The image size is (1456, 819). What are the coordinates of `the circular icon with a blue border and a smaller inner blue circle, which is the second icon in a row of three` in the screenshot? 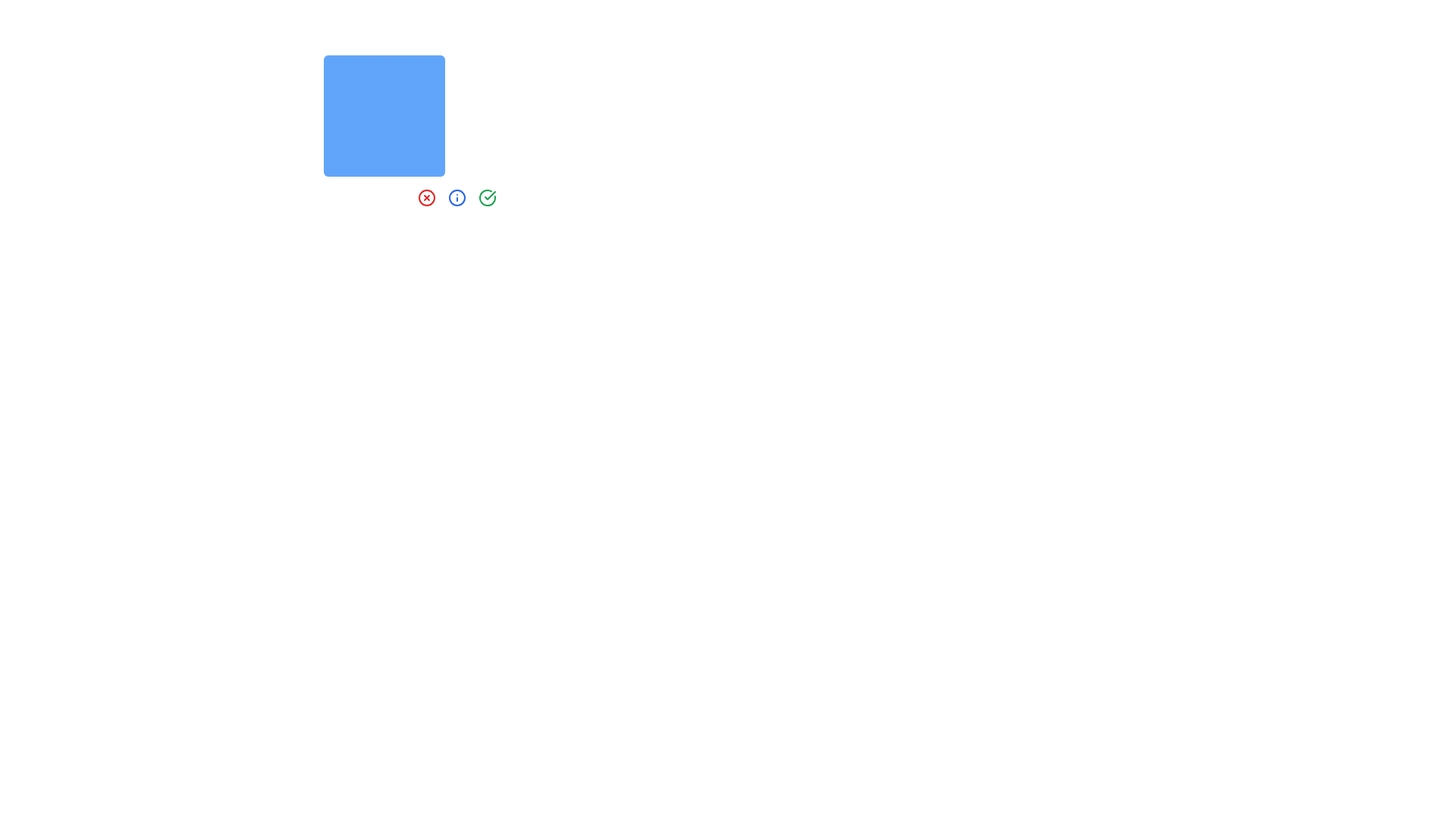 It's located at (457, 197).